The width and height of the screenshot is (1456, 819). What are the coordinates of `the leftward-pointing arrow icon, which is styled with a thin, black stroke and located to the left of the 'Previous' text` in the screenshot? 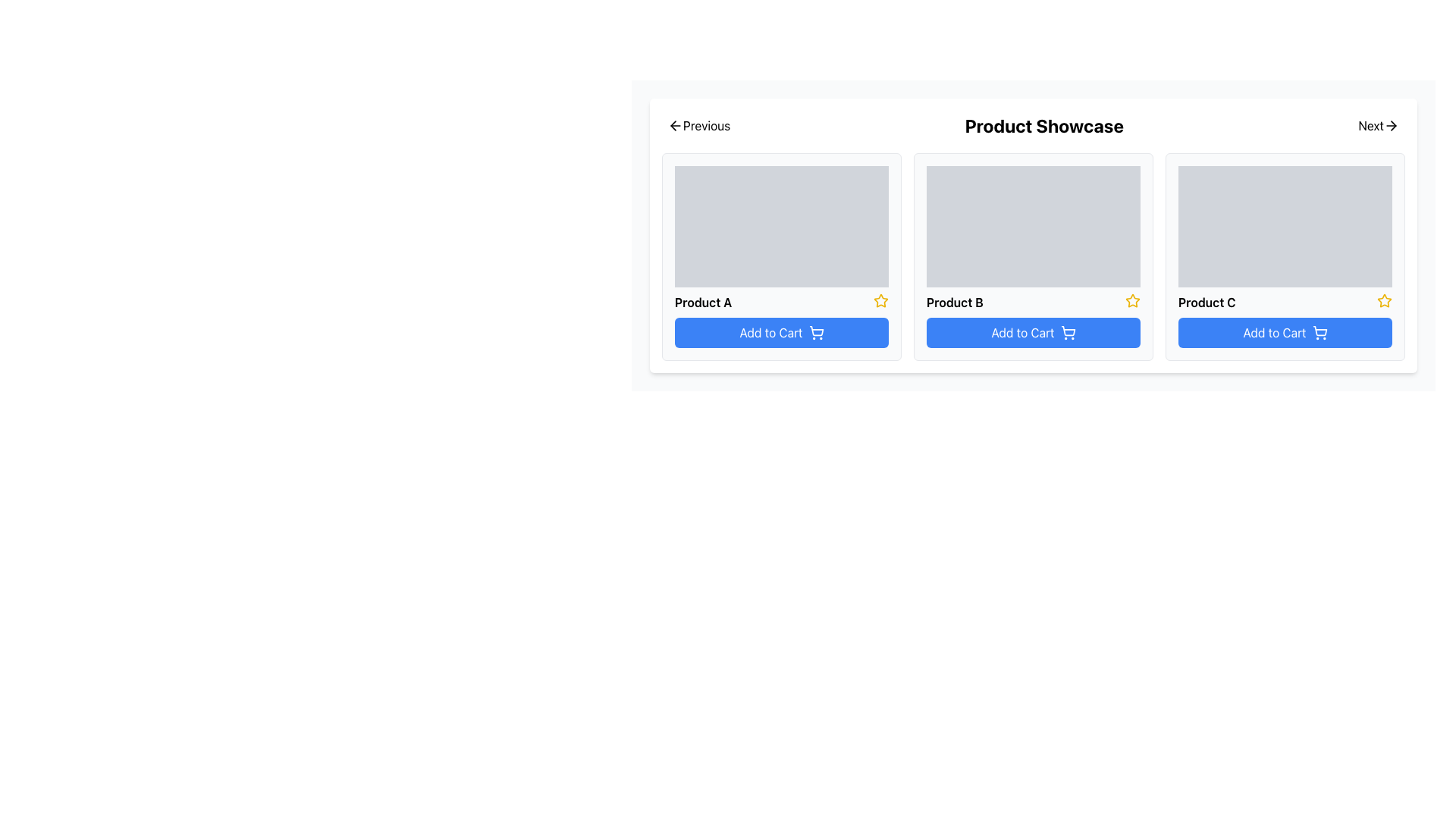 It's located at (675, 124).